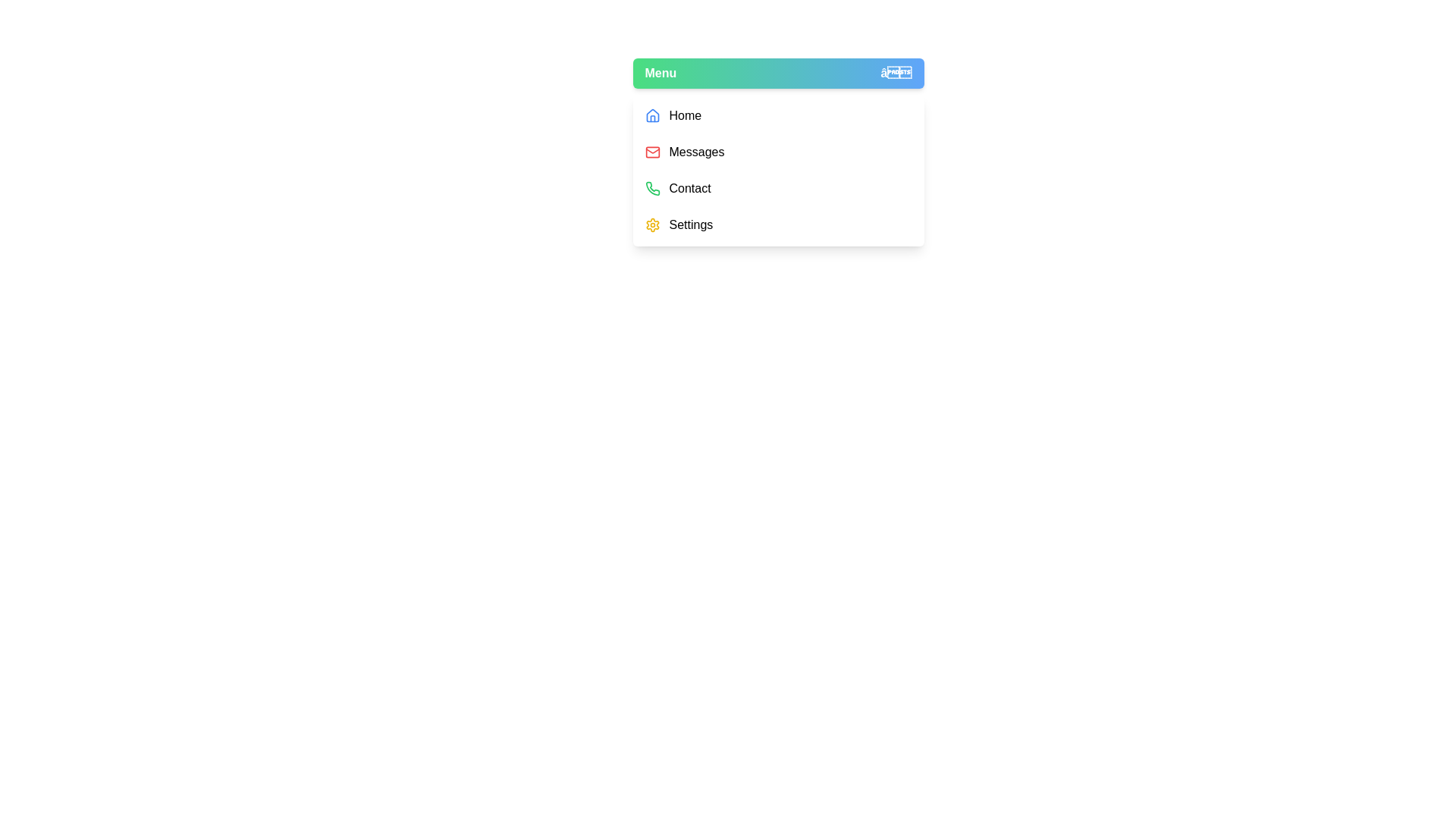  What do you see at coordinates (778, 225) in the screenshot?
I see `the menu item Settings` at bounding box center [778, 225].